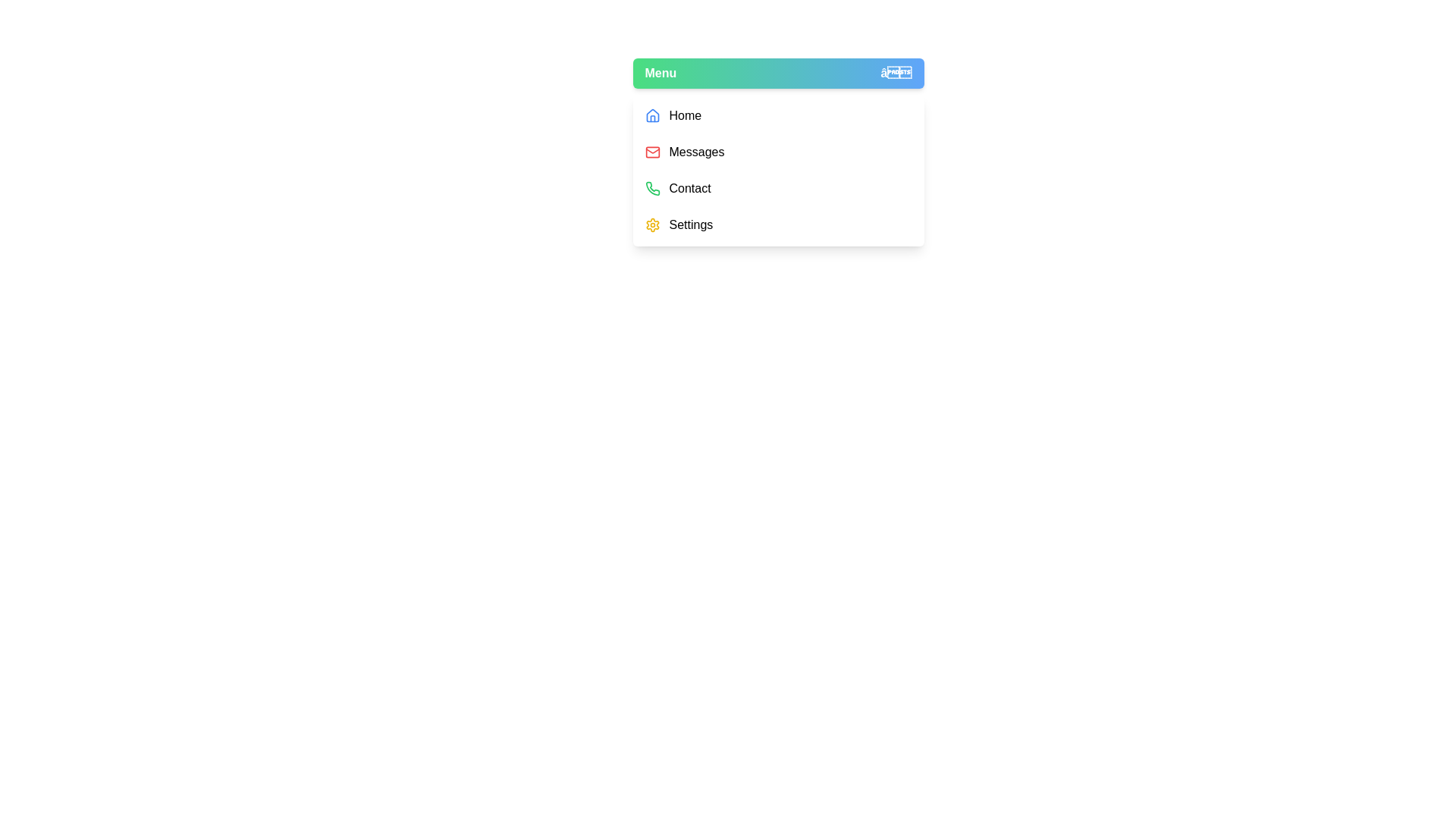  What do you see at coordinates (778, 225) in the screenshot?
I see `the menu item Settings` at bounding box center [778, 225].